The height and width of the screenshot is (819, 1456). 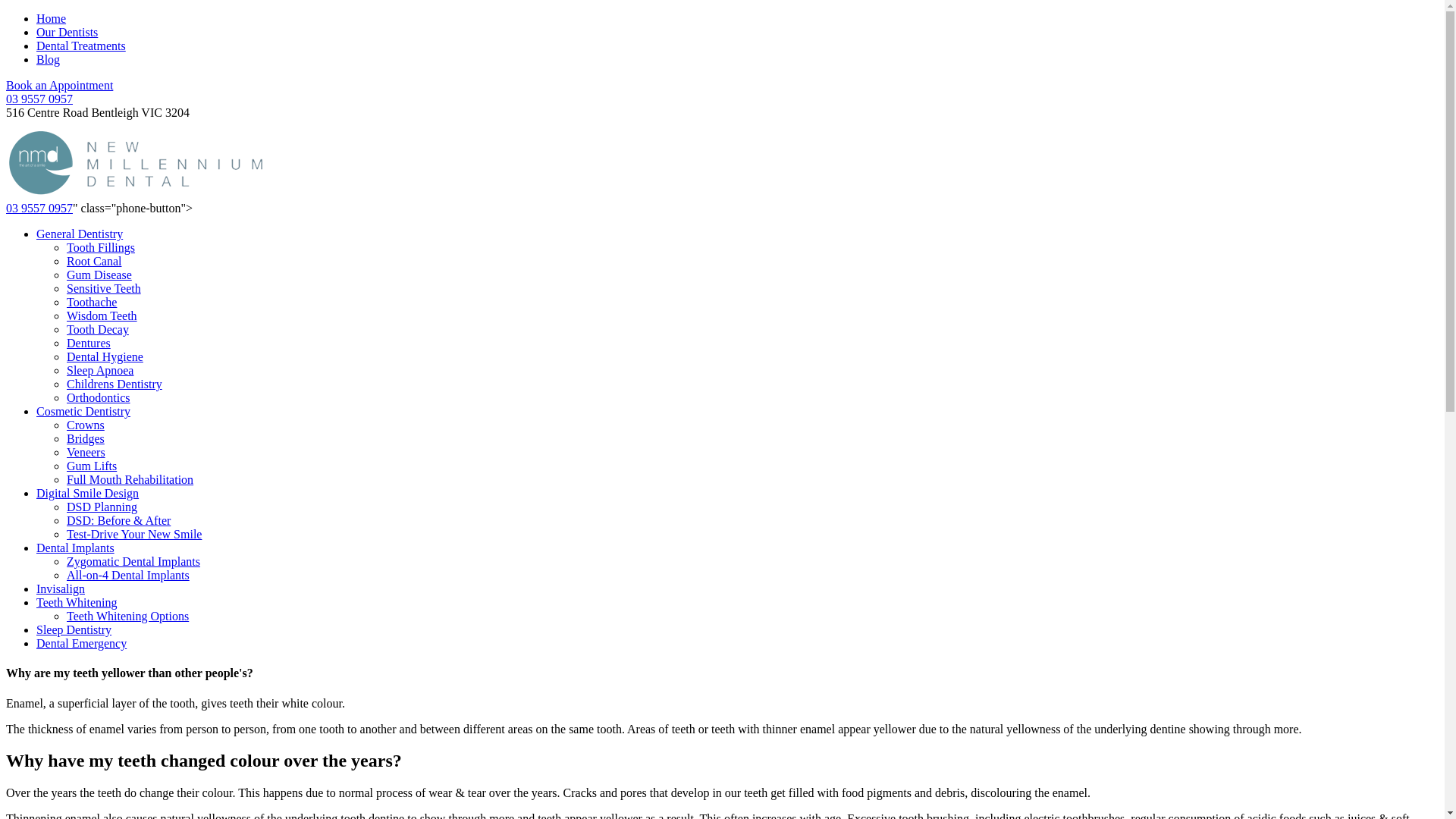 What do you see at coordinates (76, 601) in the screenshot?
I see `'Teeth Whitening'` at bounding box center [76, 601].